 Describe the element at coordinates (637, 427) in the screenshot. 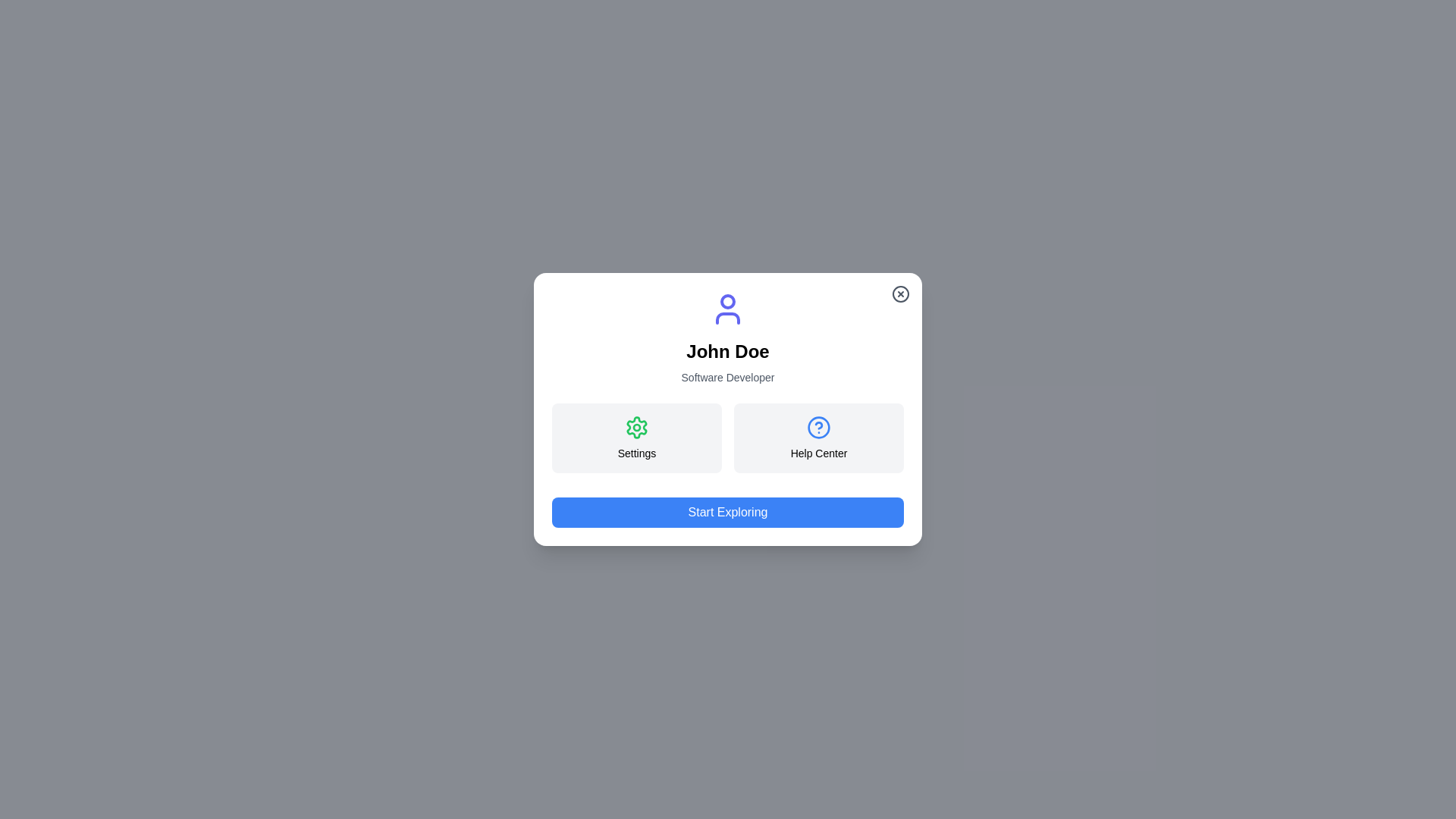

I see `the 'Settings' button, which is located in the lower section of the modal window and is centered around the provided coordinates` at that location.